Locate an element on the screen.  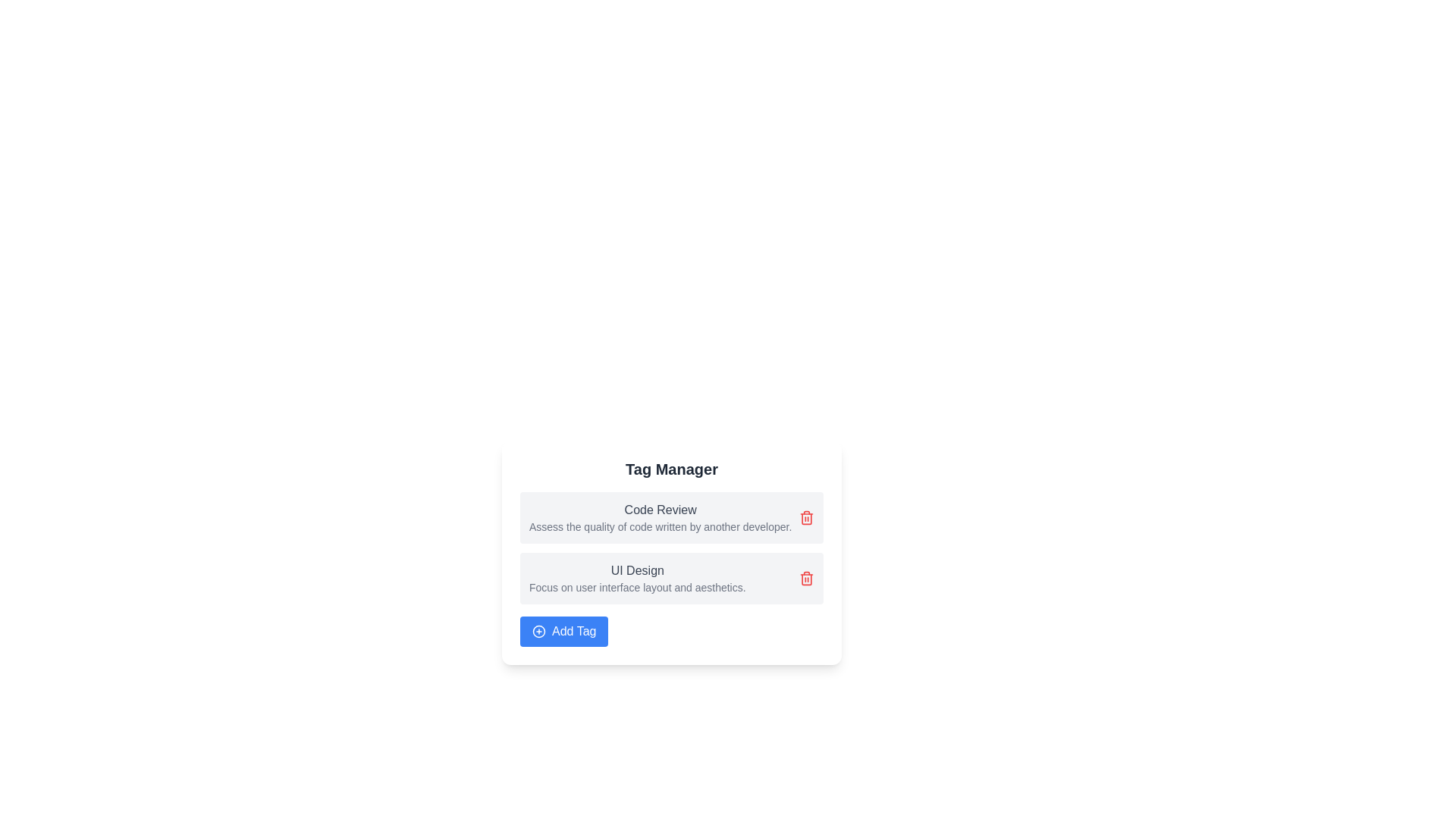
the header text element at the top of the first entry in the 'Tag Manager' card, which summarizes the content of the entry is located at coordinates (661, 510).